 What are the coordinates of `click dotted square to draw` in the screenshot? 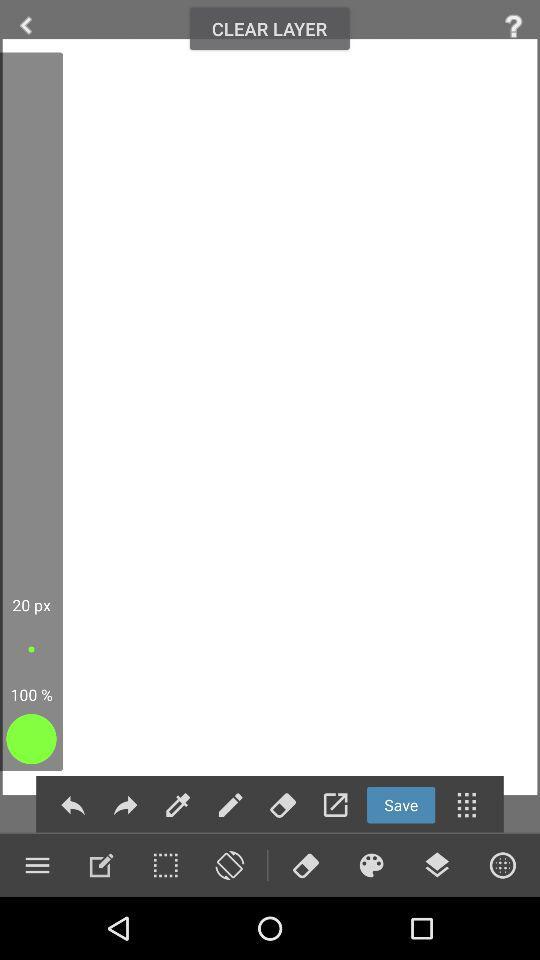 It's located at (164, 864).